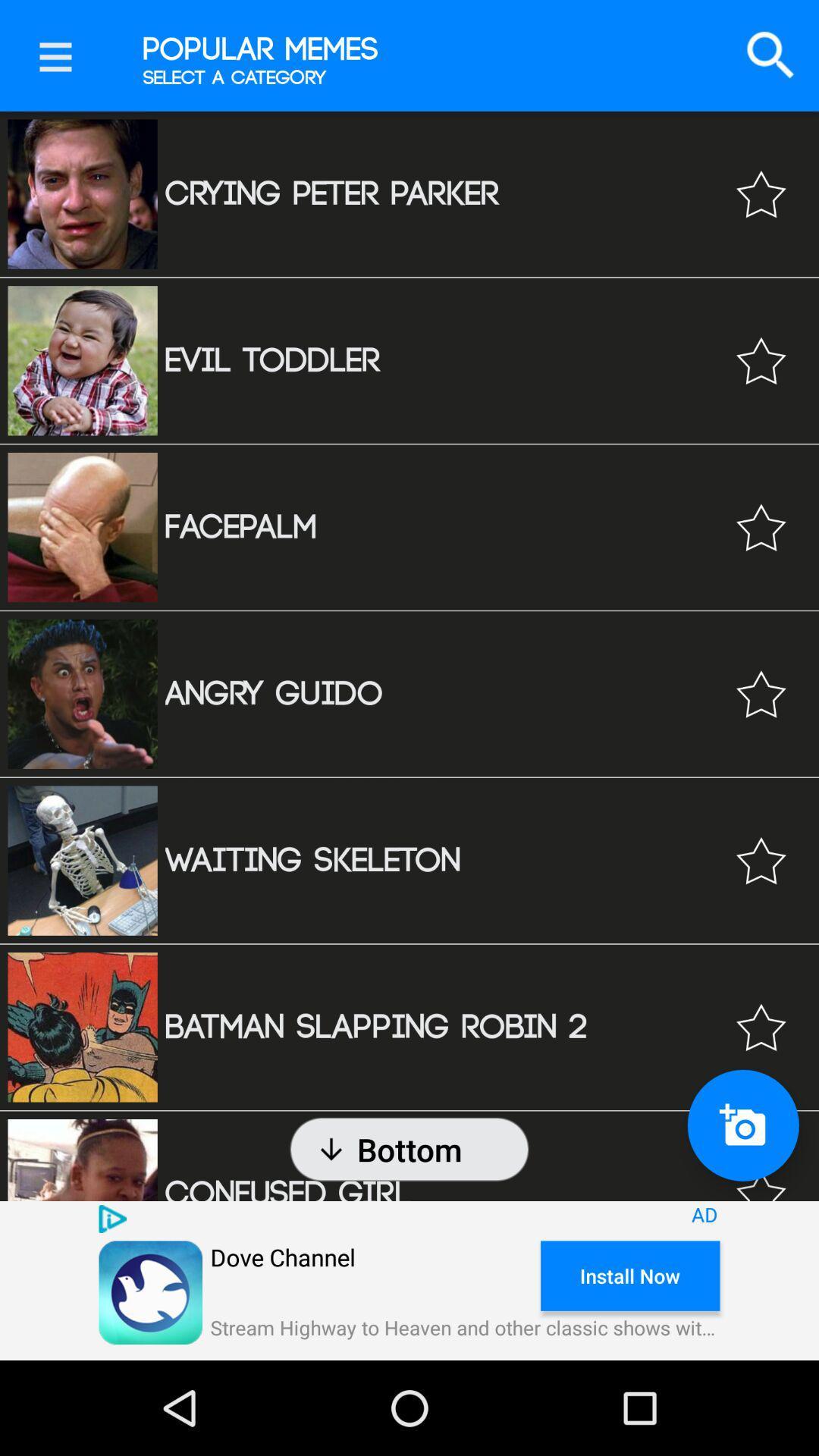 The image size is (819, 1456). I want to click on a picture, so click(742, 1125).